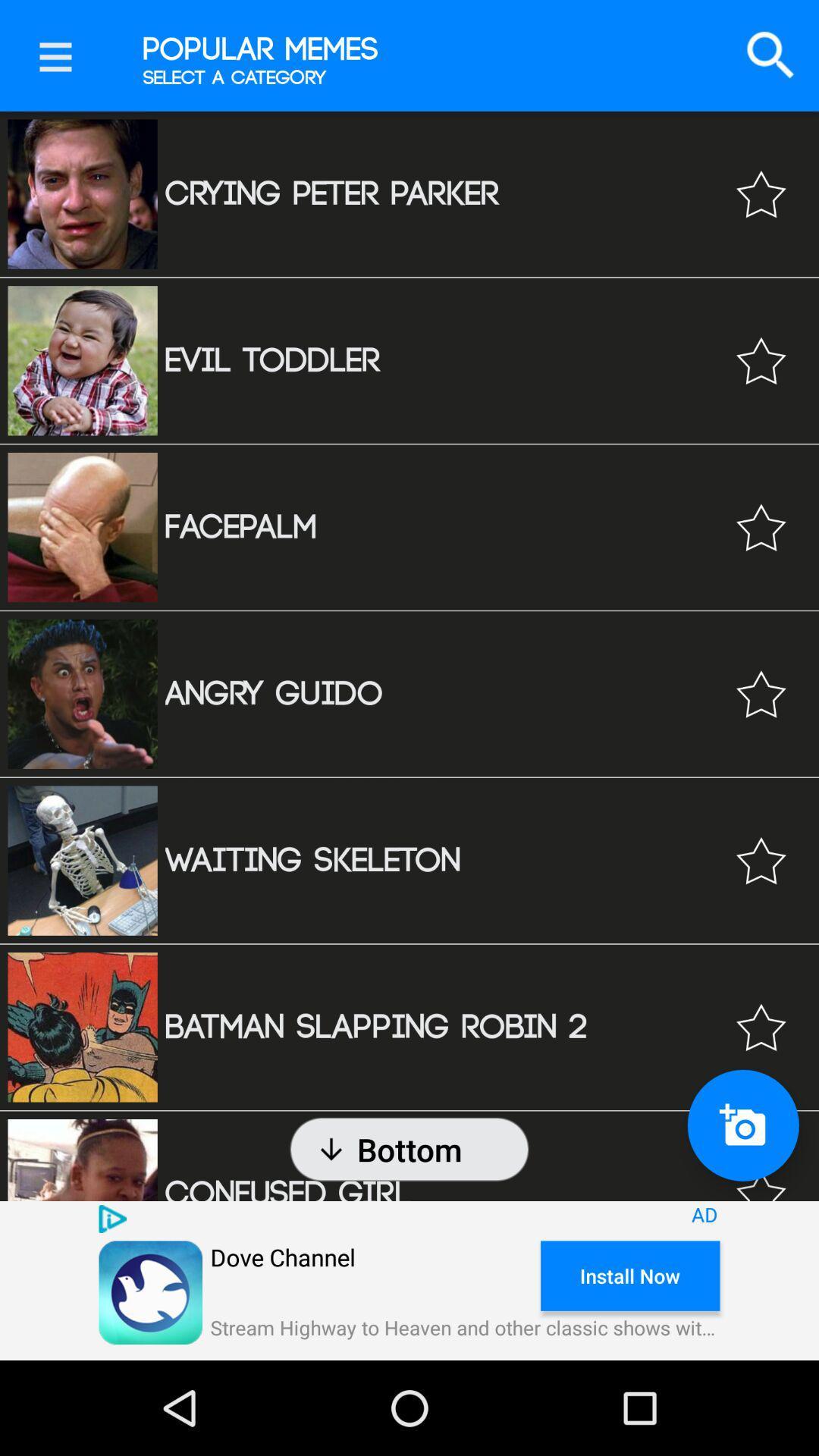 The image size is (819, 1456). I want to click on a picture, so click(742, 1125).